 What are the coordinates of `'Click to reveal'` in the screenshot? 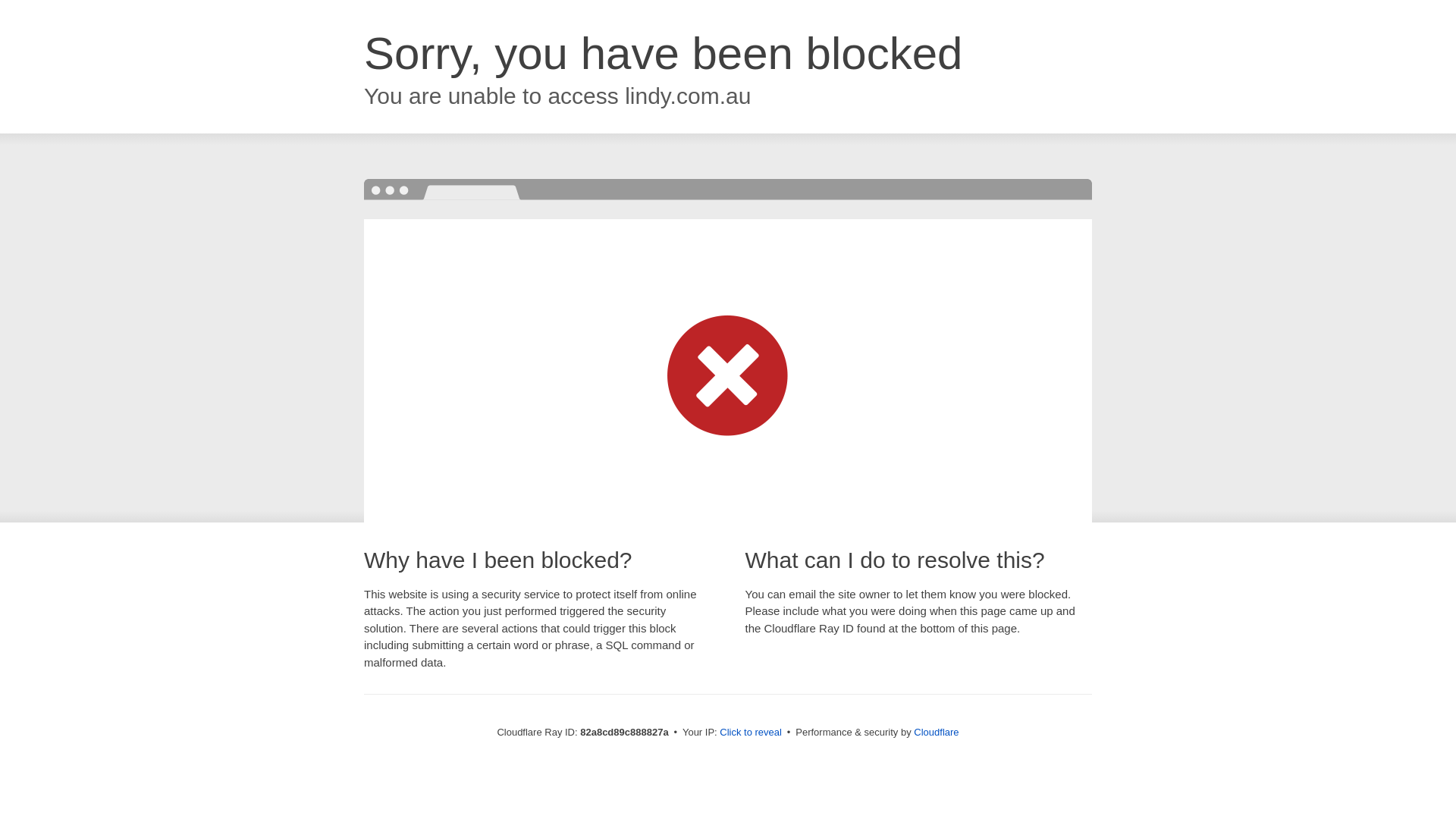 It's located at (750, 731).